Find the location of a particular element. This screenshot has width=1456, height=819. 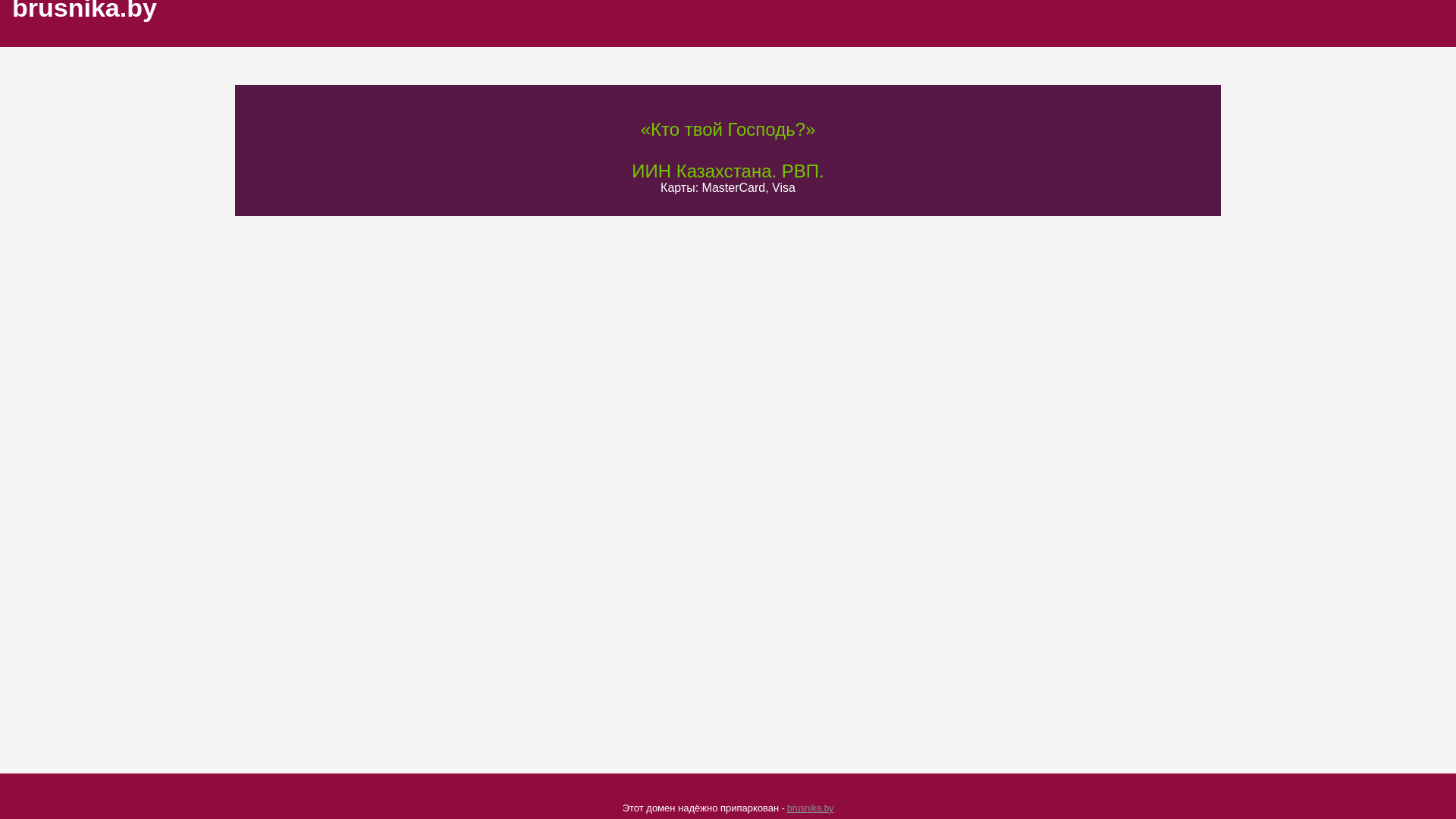

'brusnika.by' is located at coordinates (809, 807).